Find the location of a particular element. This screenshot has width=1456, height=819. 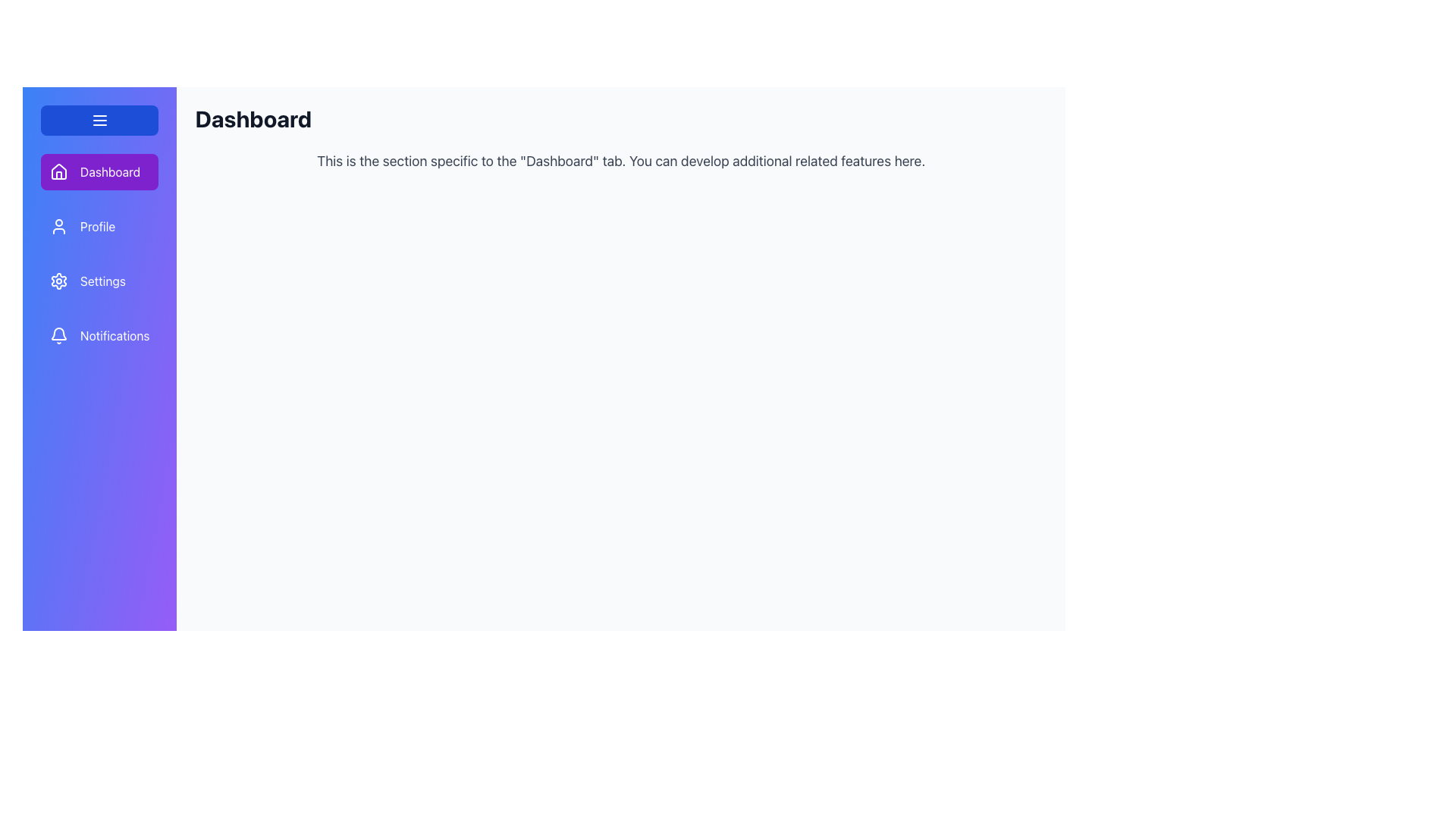

the toggle button for expanding or collapsing the sidebar located at the top-left sidebar, above the navigation buttons is located at coordinates (99, 119).